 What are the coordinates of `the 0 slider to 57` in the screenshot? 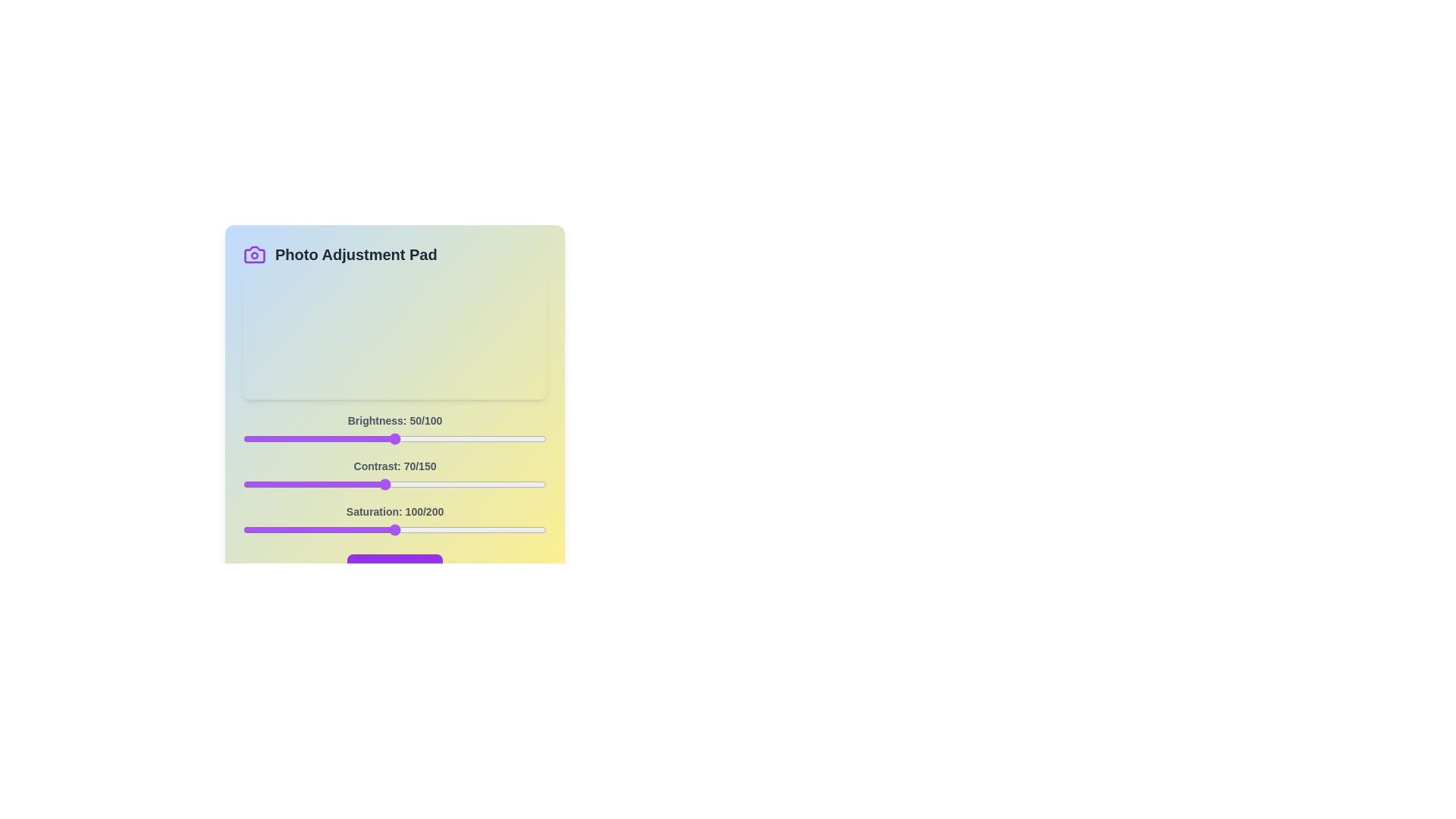 It's located at (416, 438).